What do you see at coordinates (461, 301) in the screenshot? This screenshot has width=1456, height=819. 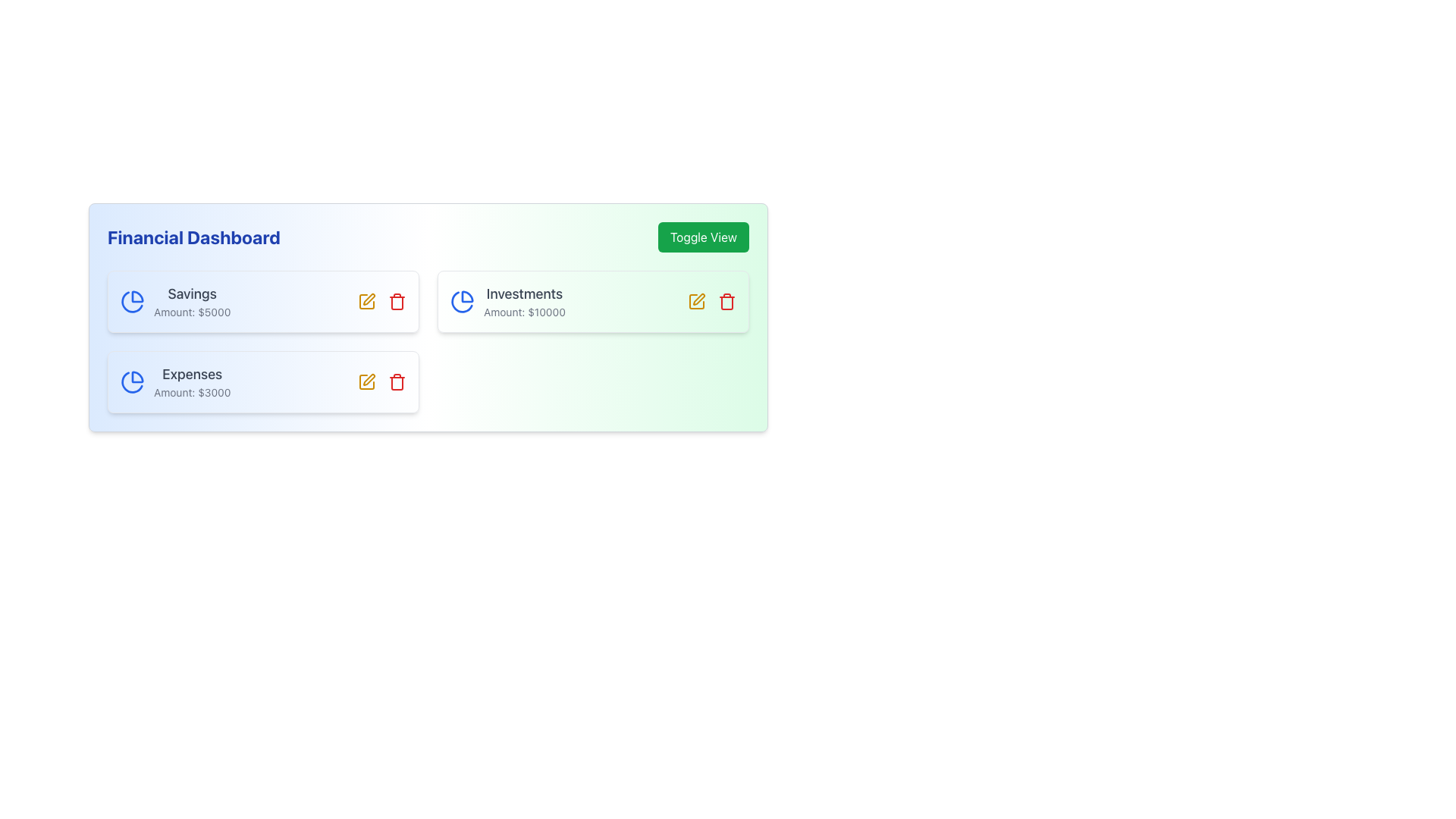 I see `the pie chart icon representing the 'Investments' category, located in the 'Investments' card to the far left of the card, adjacent to the text 'Investments'` at bounding box center [461, 301].